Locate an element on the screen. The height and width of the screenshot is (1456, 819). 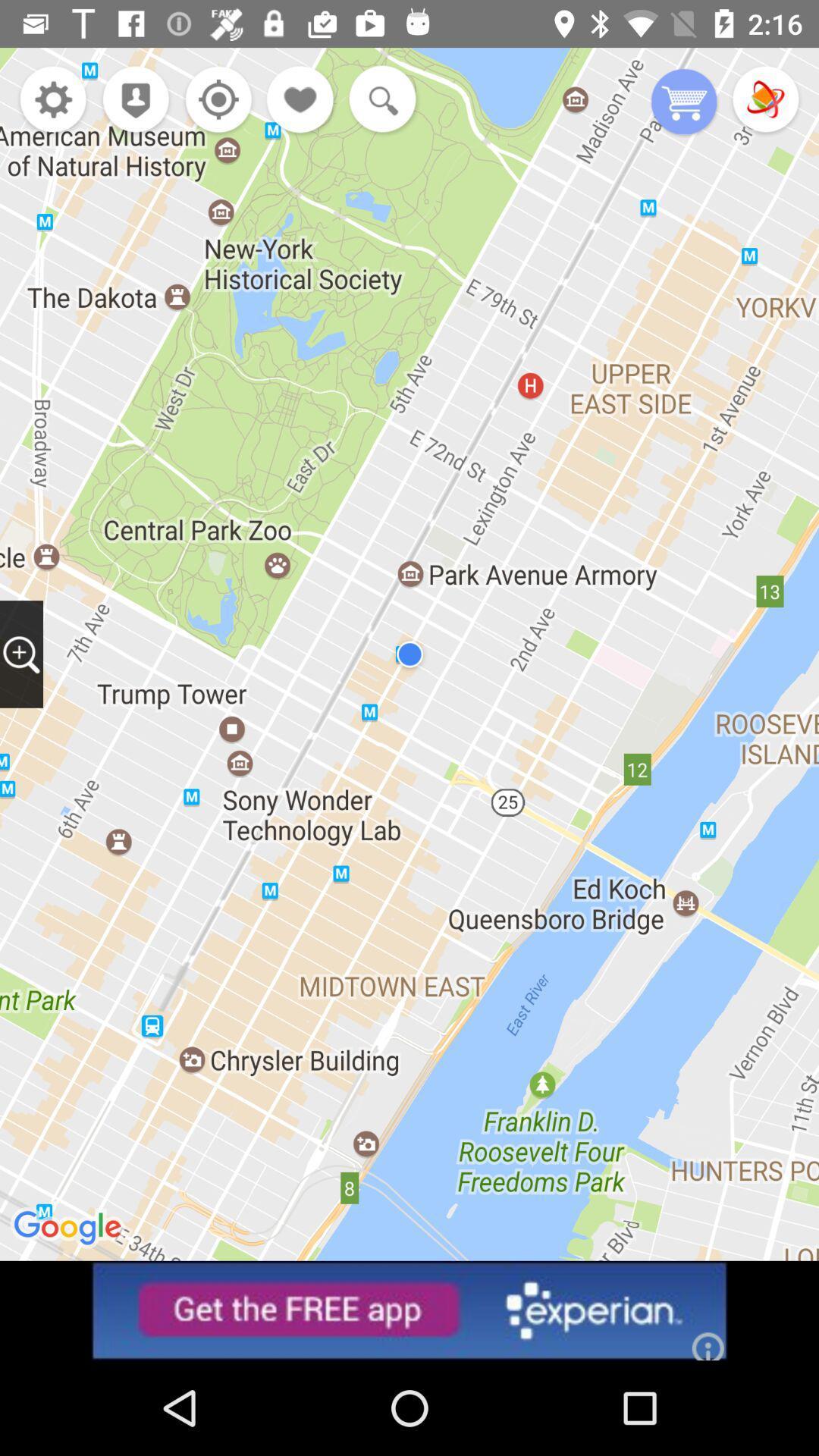
purchase is located at coordinates (684, 102).